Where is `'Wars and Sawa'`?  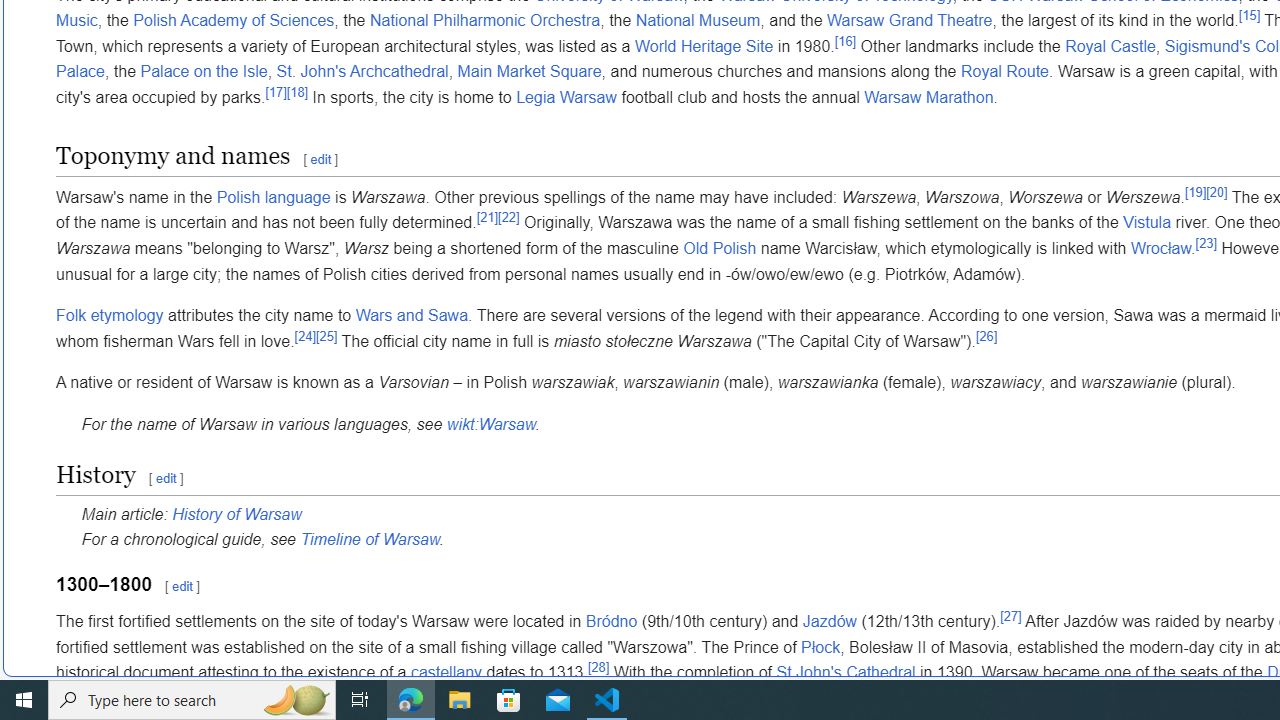
'Wars and Sawa' is located at coordinates (410, 315).